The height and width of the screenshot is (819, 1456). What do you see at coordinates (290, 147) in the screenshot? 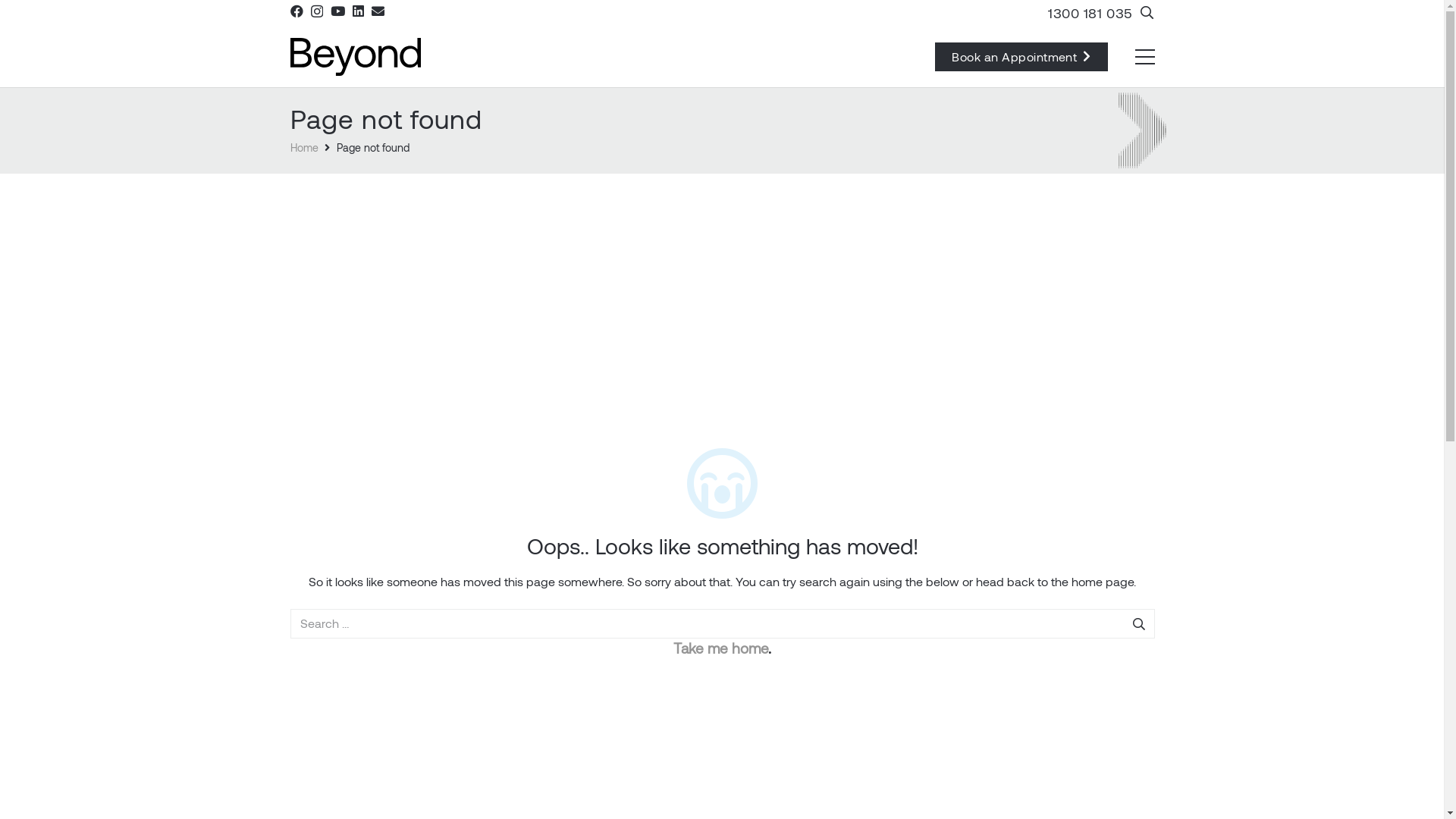
I see `'Home'` at bounding box center [290, 147].